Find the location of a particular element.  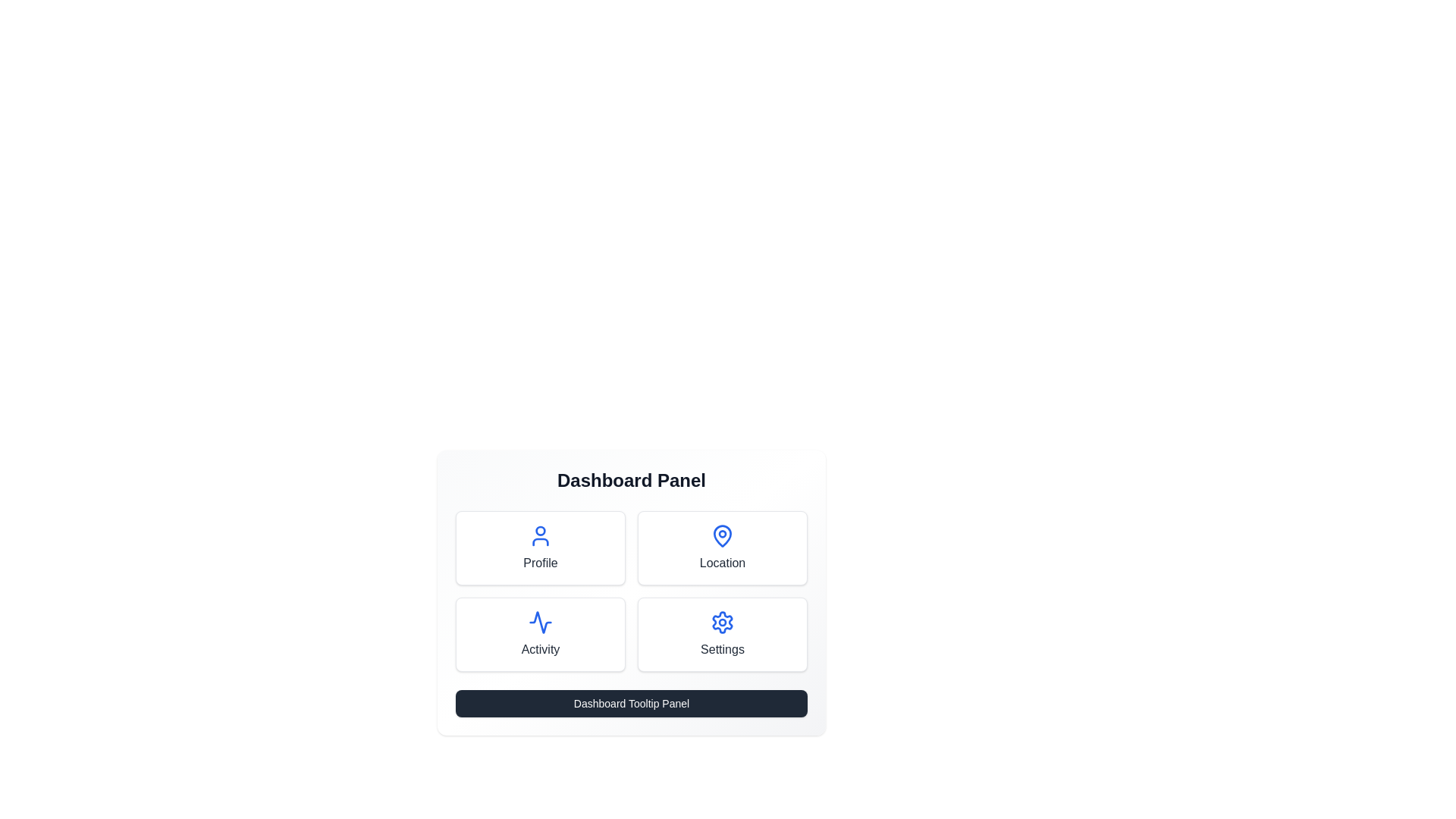

the label text located below the blue activity icon in the bottom-left quadrant of the grid layout is located at coordinates (540, 648).